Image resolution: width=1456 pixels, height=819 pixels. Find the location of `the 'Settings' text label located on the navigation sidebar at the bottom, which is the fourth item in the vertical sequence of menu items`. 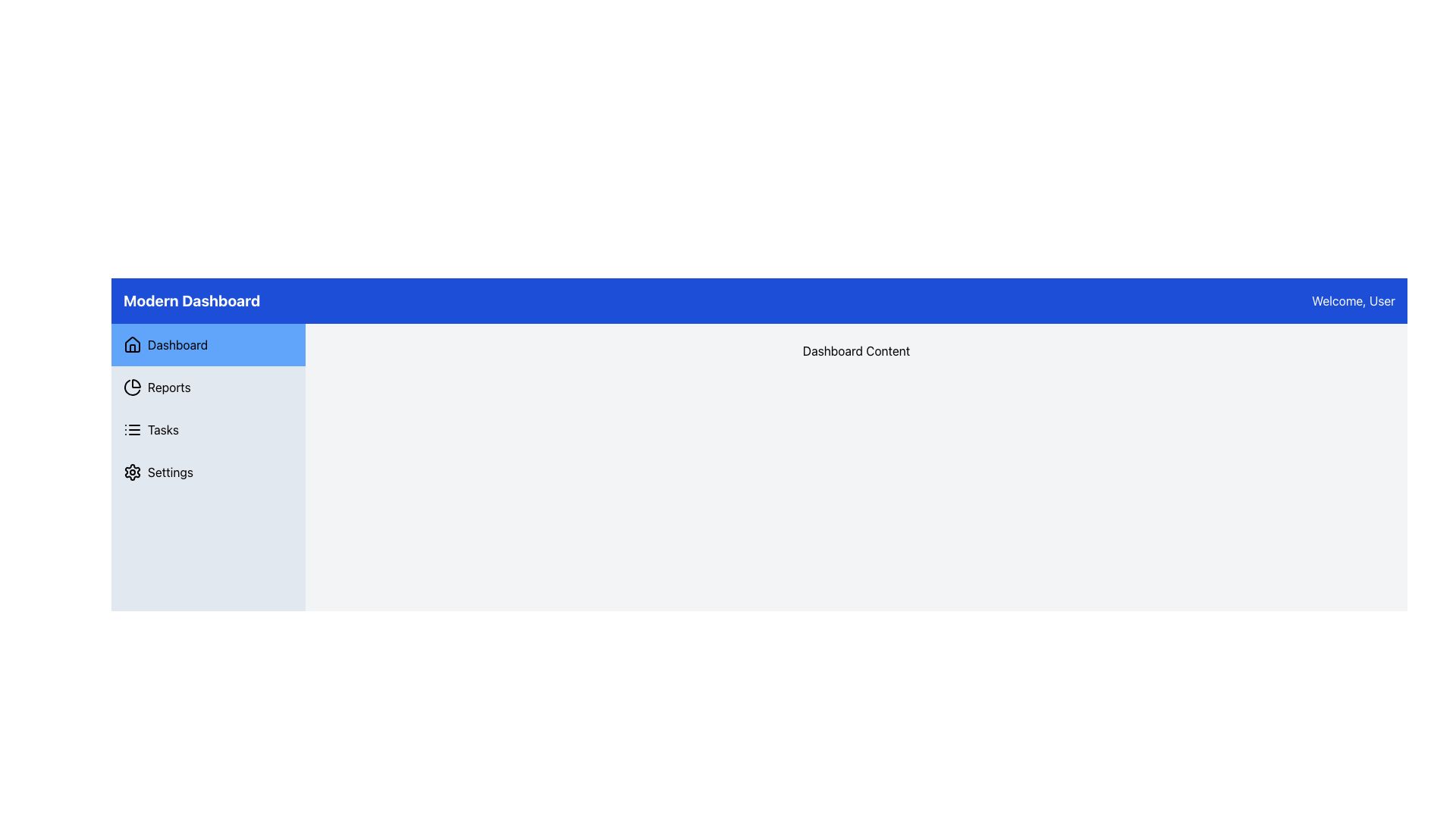

the 'Settings' text label located on the navigation sidebar at the bottom, which is the fourth item in the vertical sequence of menu items is located at coordinates (171, 472).